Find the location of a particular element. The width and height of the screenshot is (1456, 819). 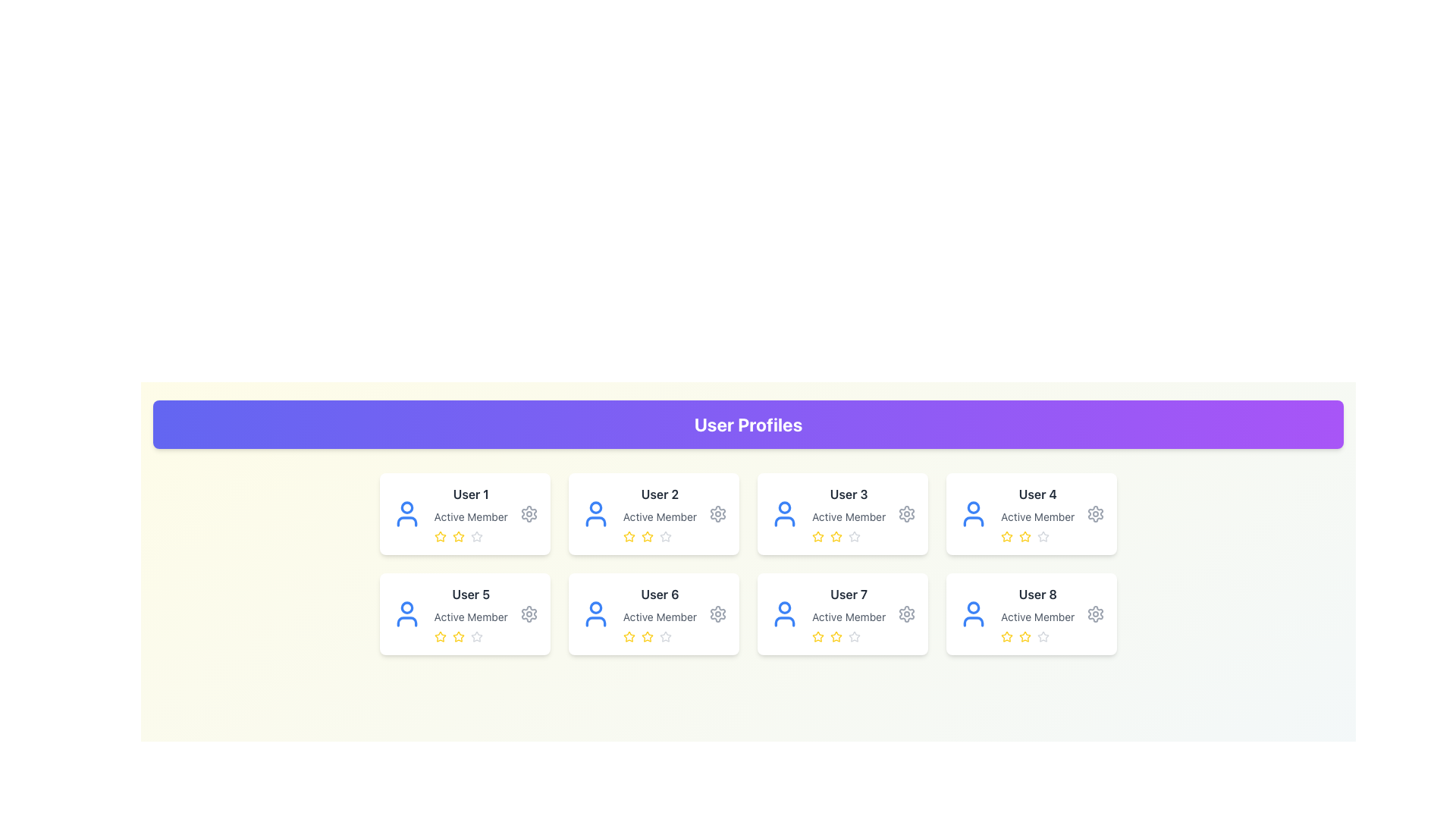

the username text label located at the top of the third card in the upper row of the user profile grid, which identifies the user is located at coordinates (848, 494).